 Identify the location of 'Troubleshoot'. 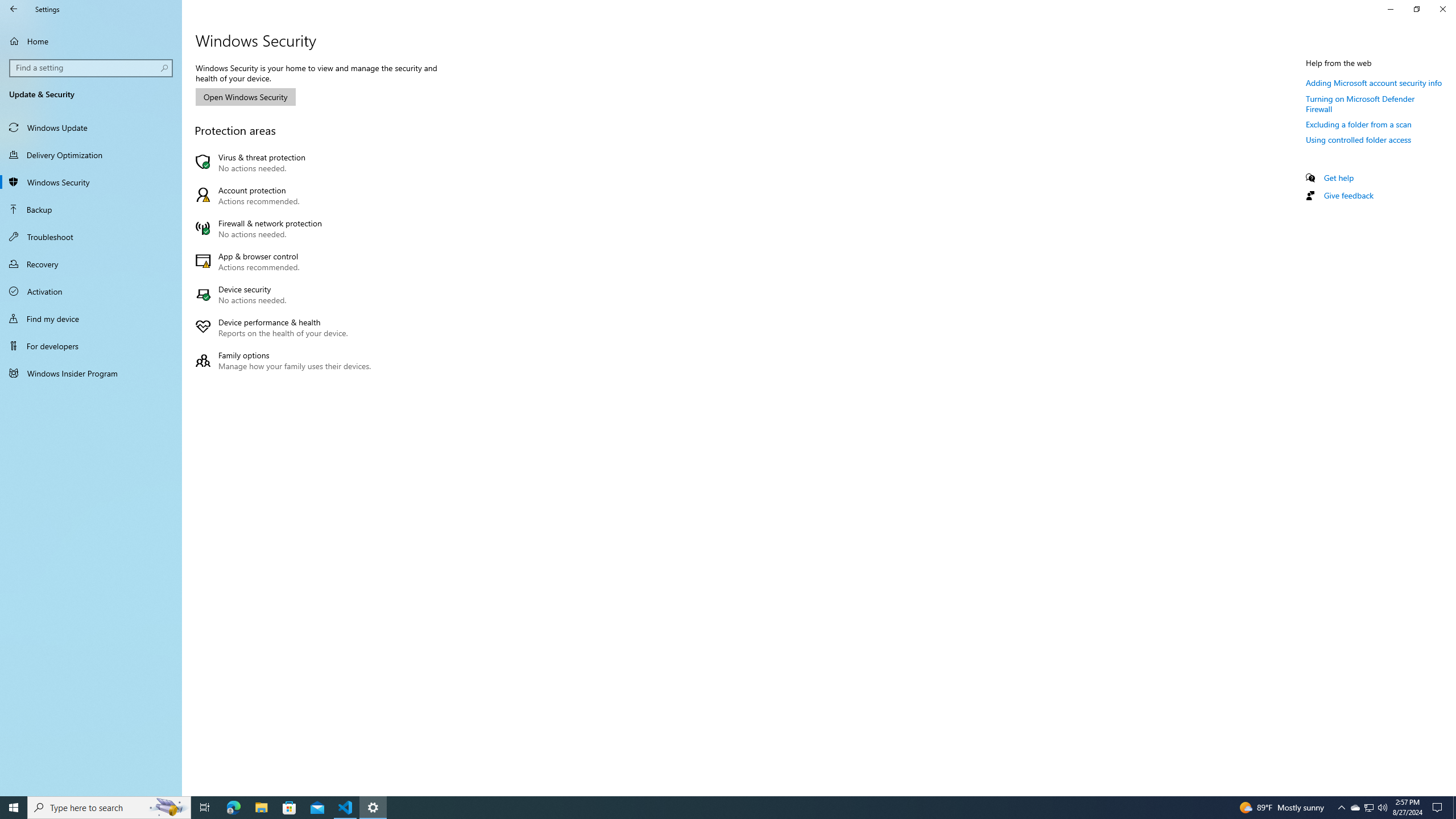
(90, 236).